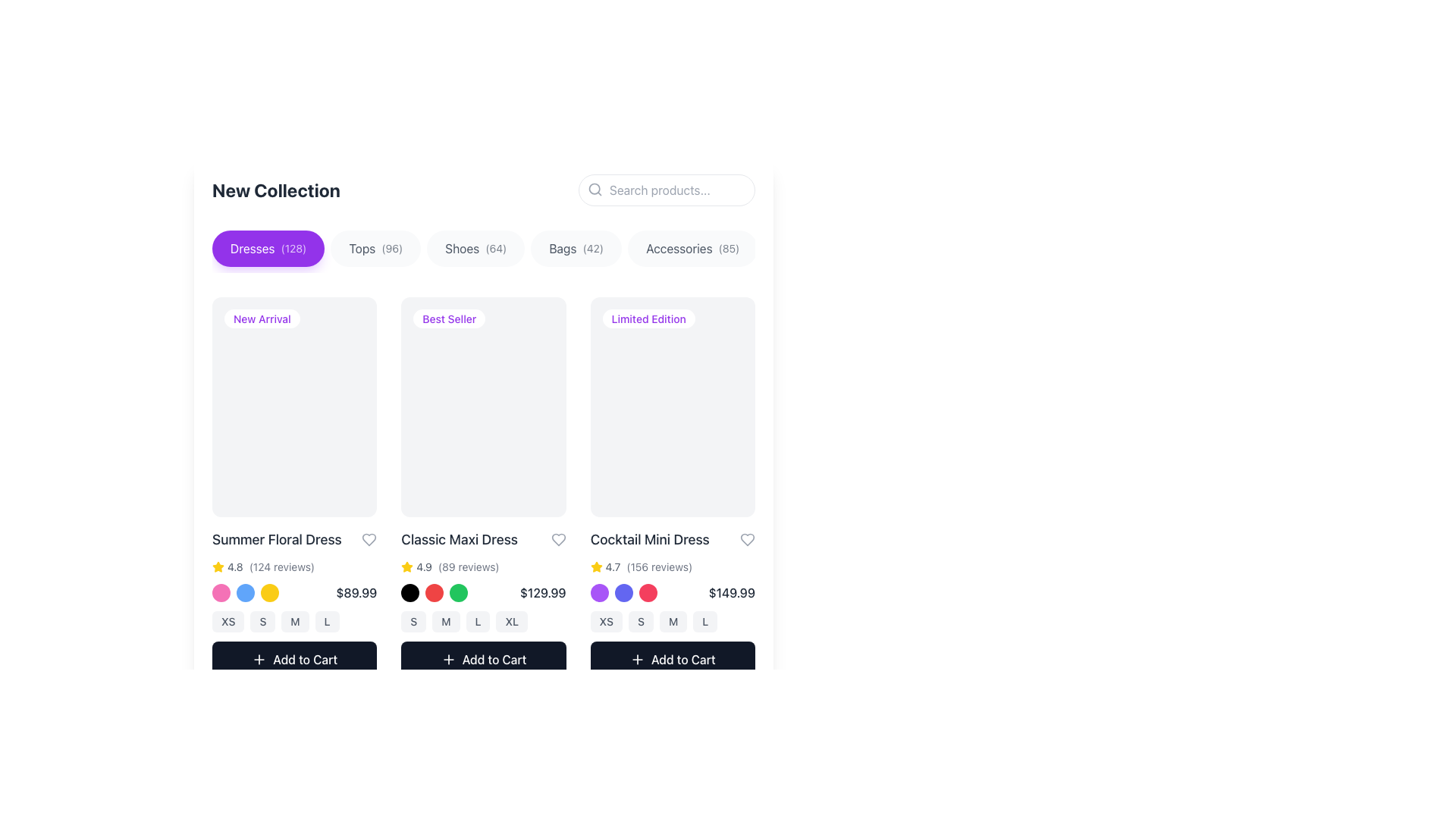  What do you see at coordinates (672, 621) in the screenshot?
I see `the 'M' size button, which is the third button in a horizontal list of size options below the 'Cocktail Mini Dress' product card` at bounding box center [672, 621].